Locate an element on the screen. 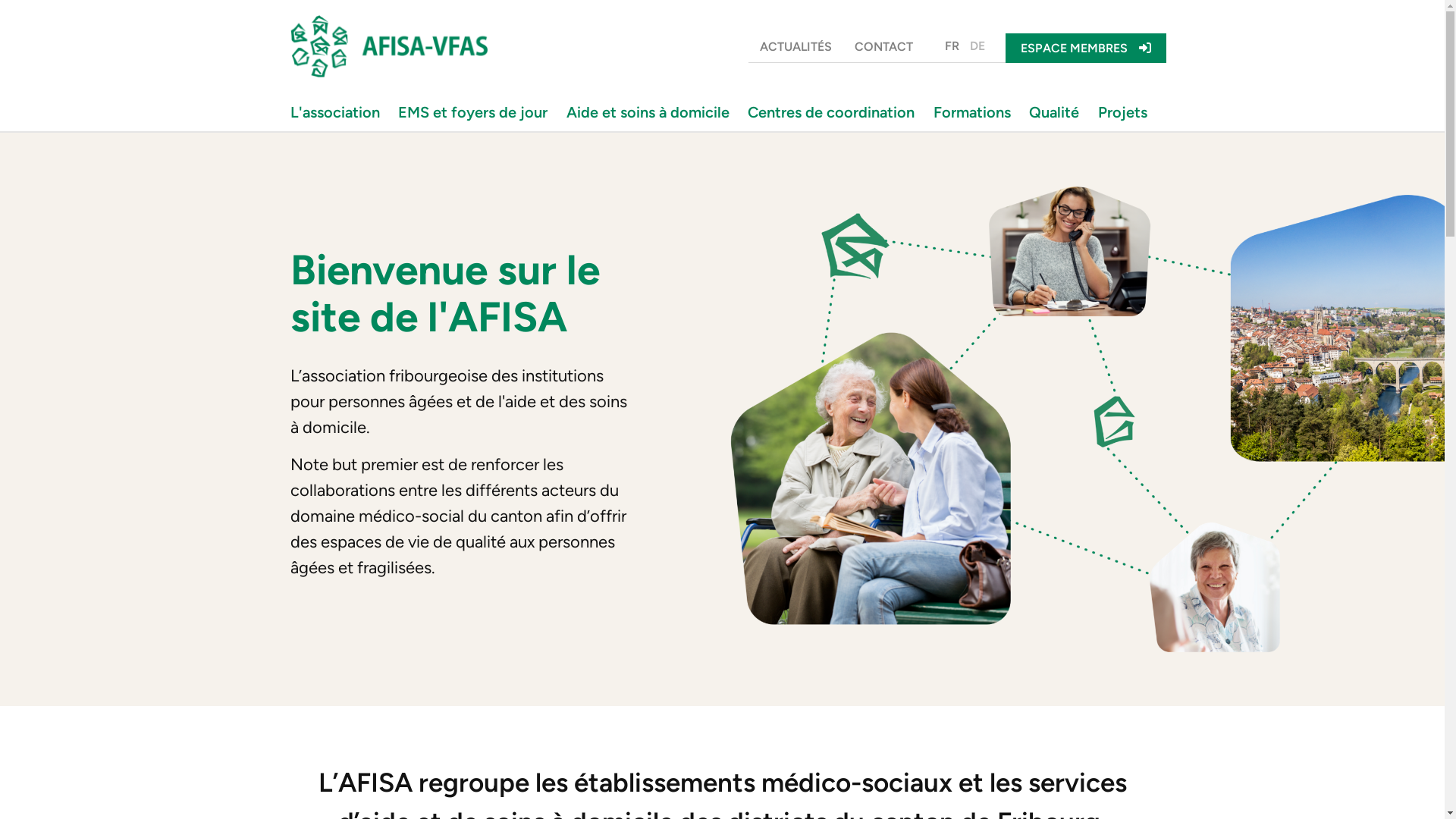  'EMS et foyers de jour' is located at coordinates (475, 111).